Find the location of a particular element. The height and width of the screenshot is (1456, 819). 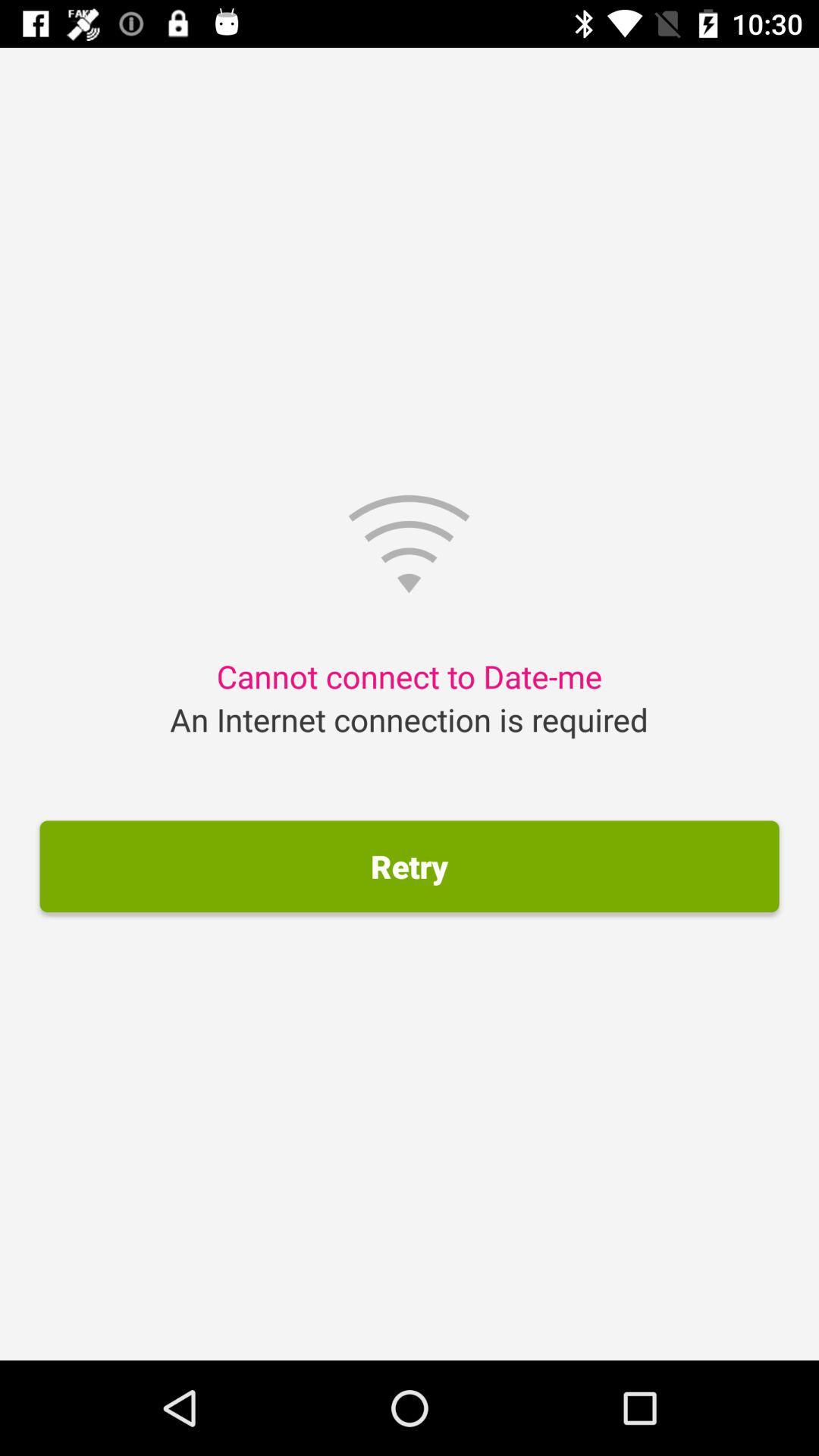

retry button is located at coordinates (409, 866).